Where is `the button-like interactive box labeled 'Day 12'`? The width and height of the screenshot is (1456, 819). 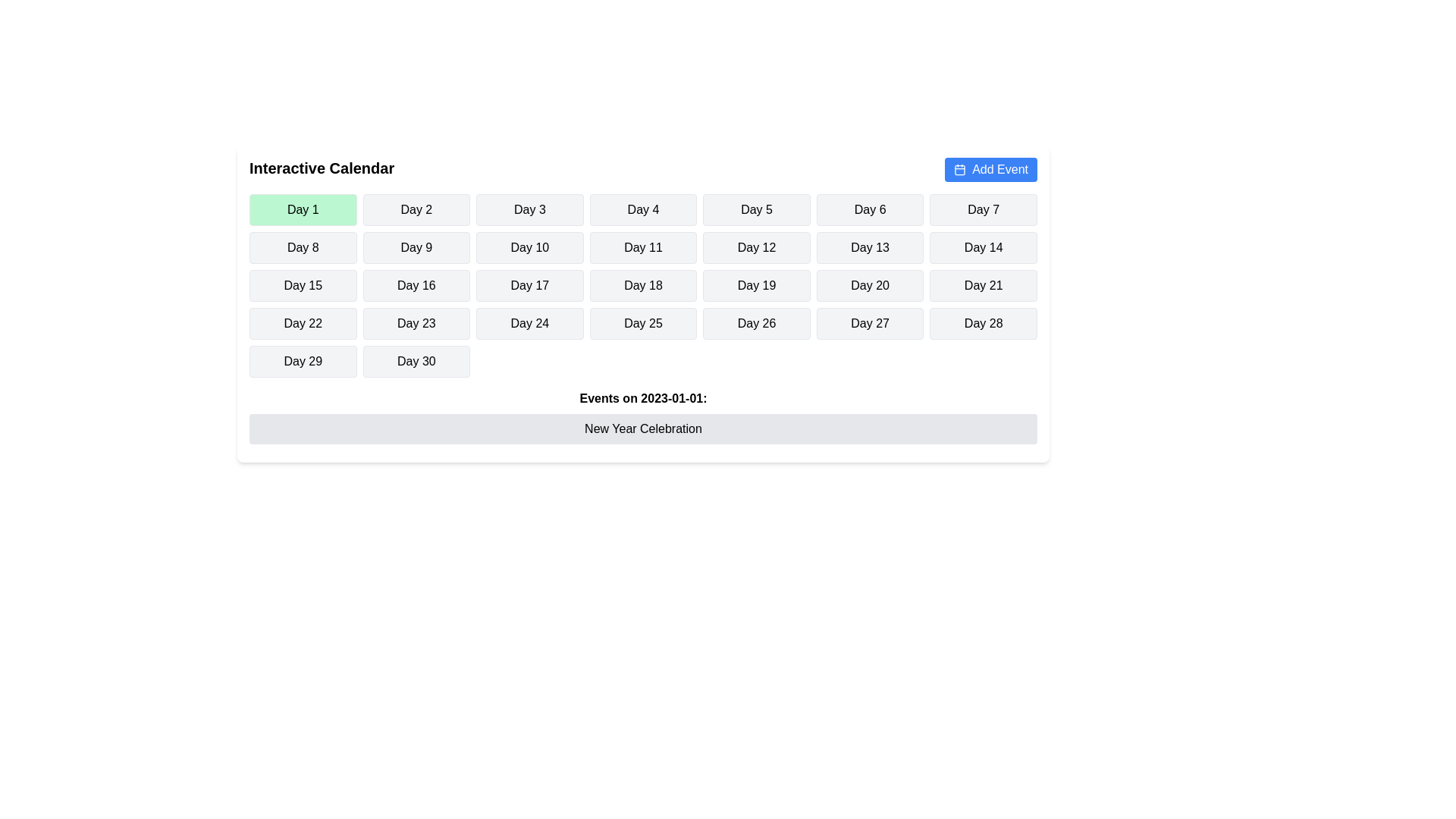
the button-like interactive box labeled 'Day 12' is located at coordinates (757, 247).